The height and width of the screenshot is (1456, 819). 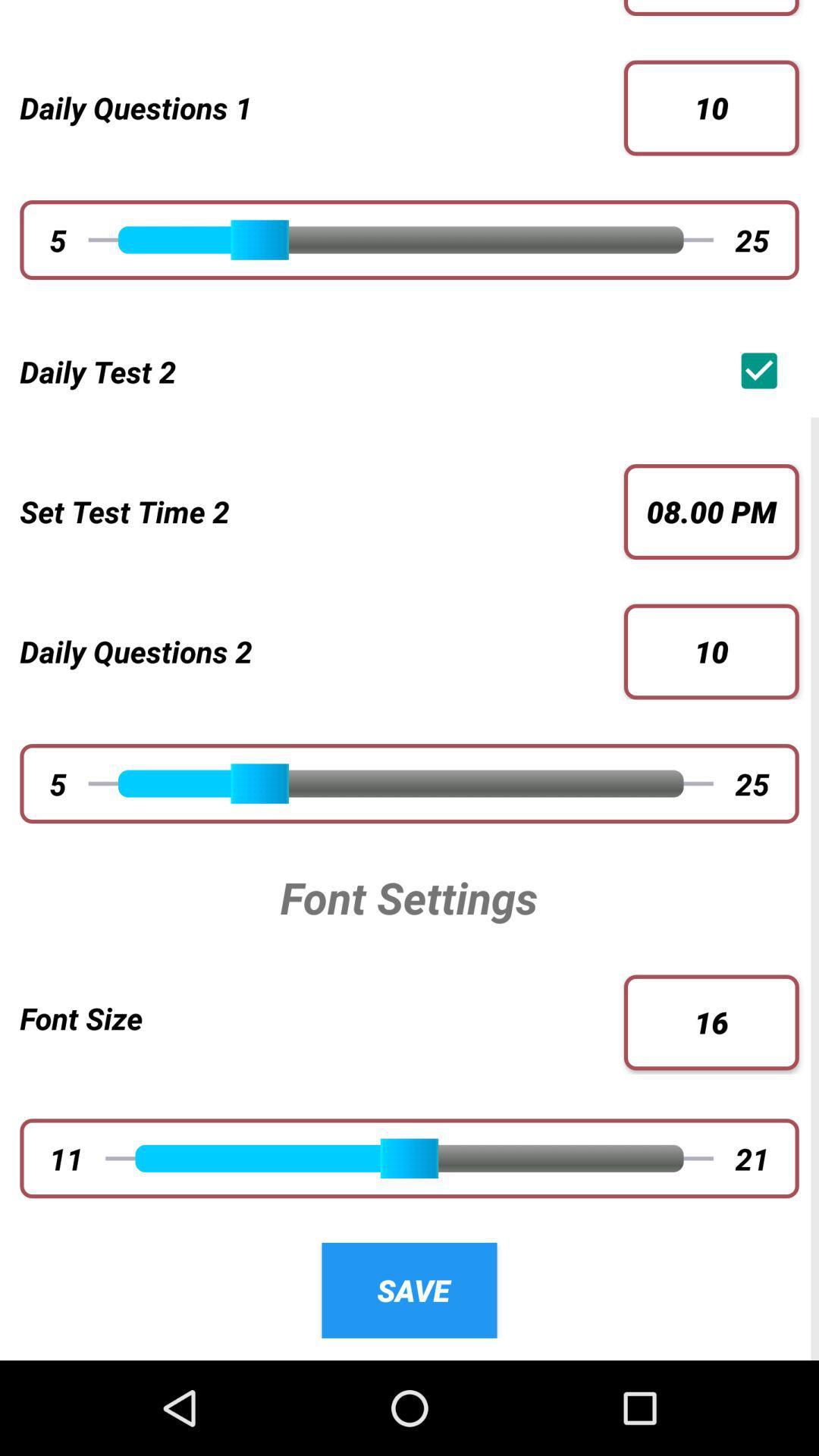 I want to click on the icon to the left of  08.00 pm  item, so click(x=311, y=511).